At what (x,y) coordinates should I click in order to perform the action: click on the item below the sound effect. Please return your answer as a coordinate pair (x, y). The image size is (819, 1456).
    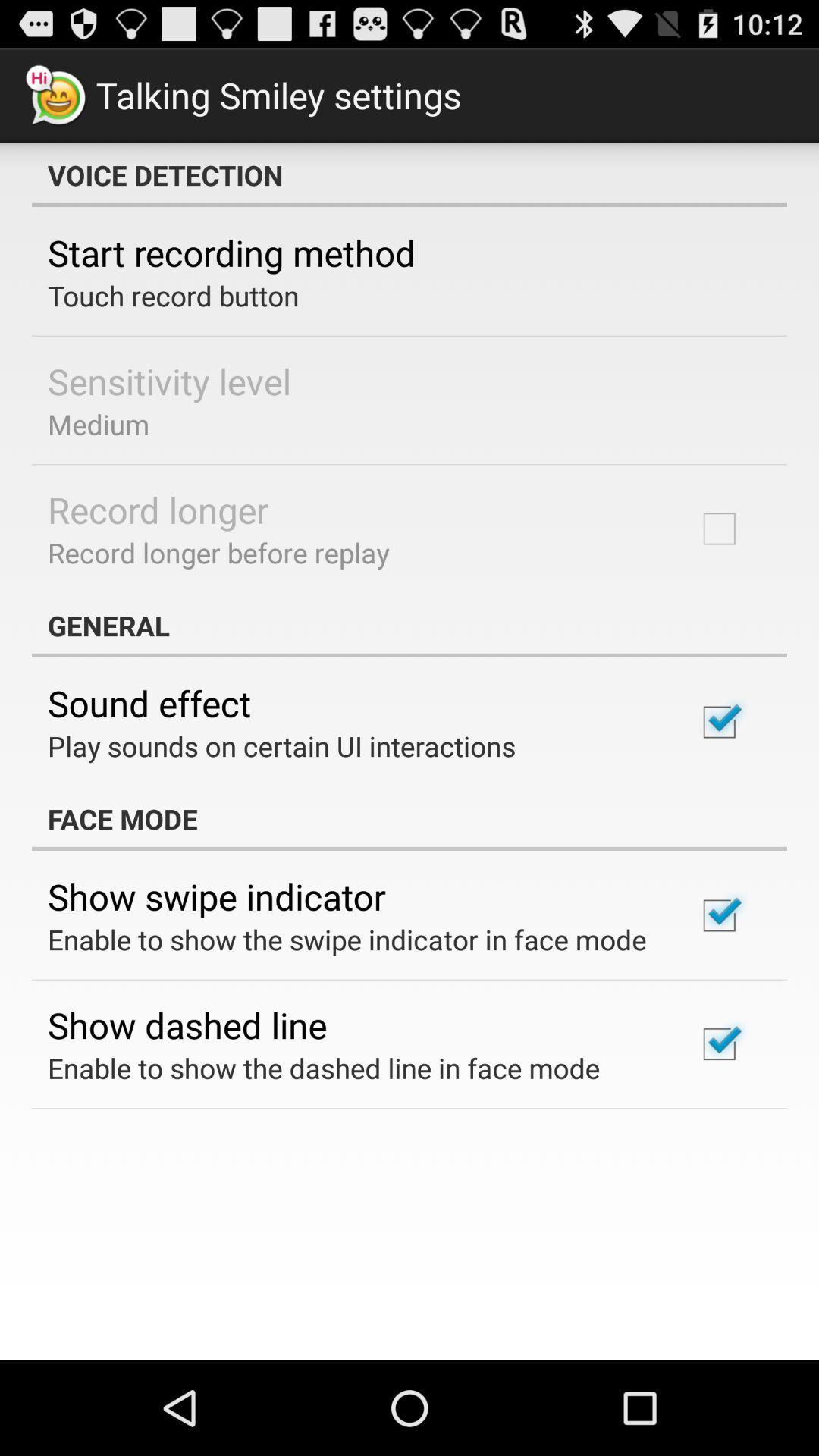
    Looking at the image, I should click on (281, 745).